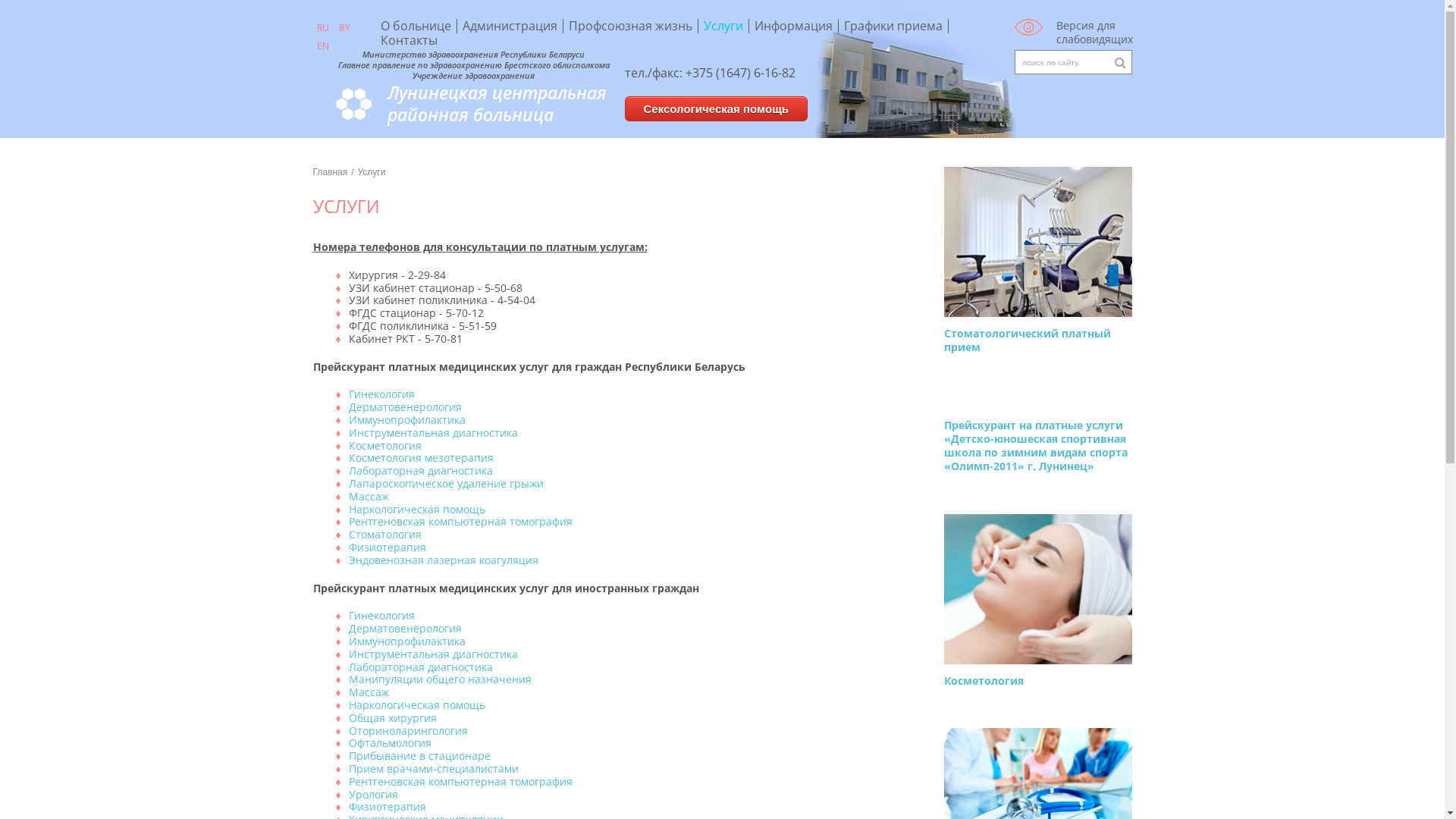  I want to click on 'BY', so click(344, 28).